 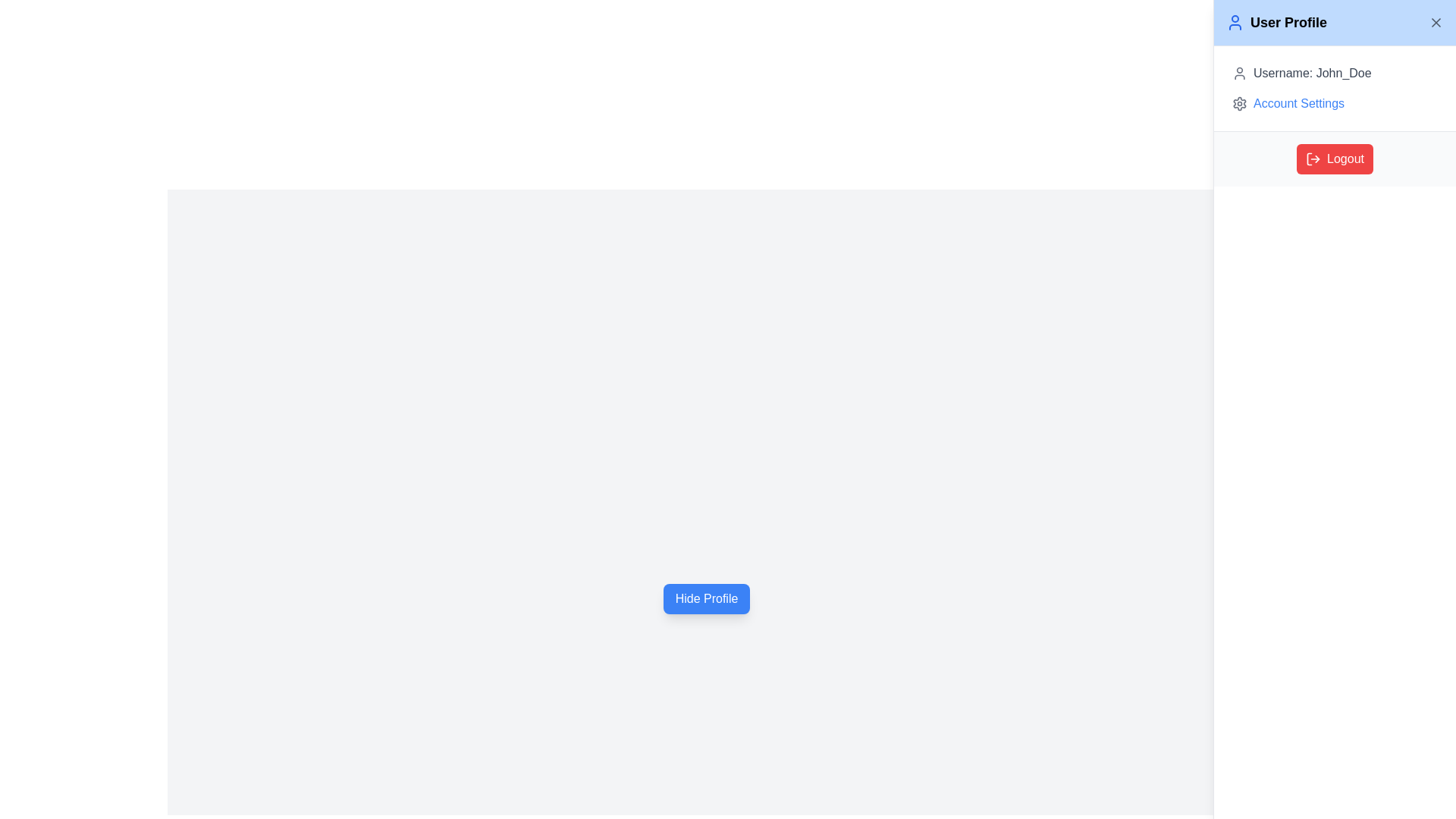 What do you see at coordinates (1235, 23) in the screenshot?
I see `the user profile icon located to the left of the 'User Profile' label` at bounding box center [1235, 23].